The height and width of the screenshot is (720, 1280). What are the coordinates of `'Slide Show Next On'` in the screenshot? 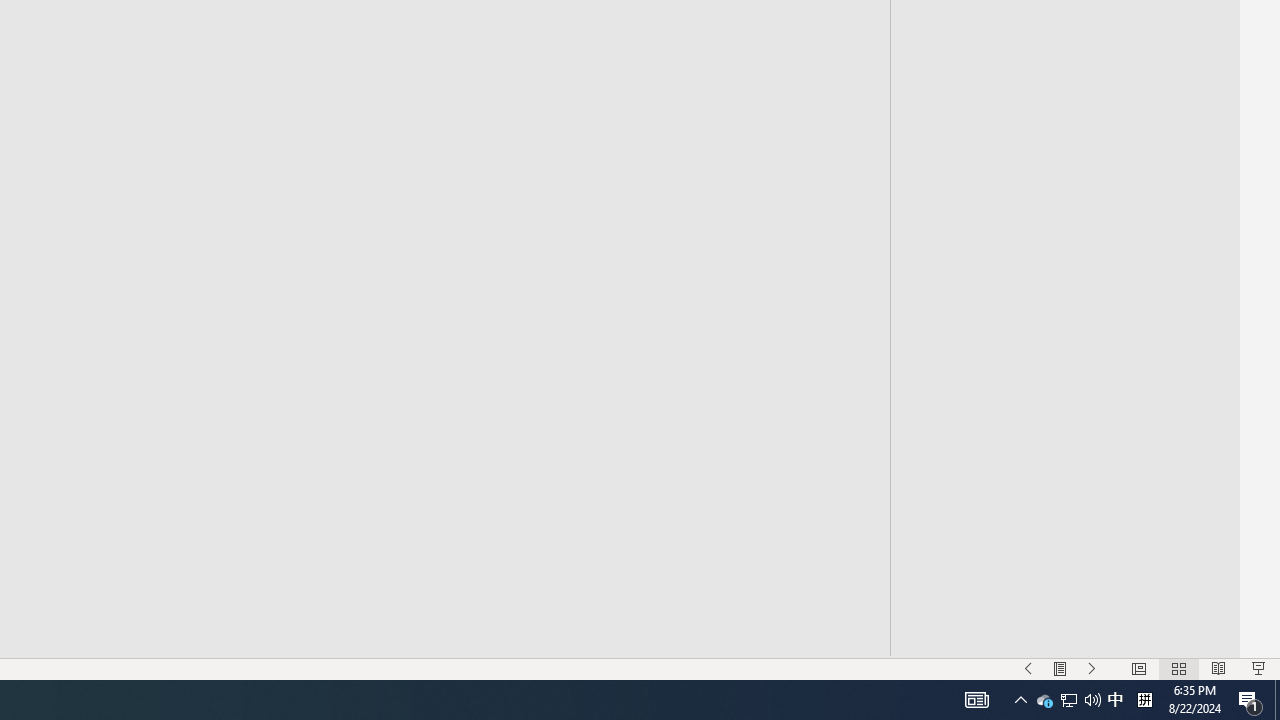 It's located at (1091, 669).